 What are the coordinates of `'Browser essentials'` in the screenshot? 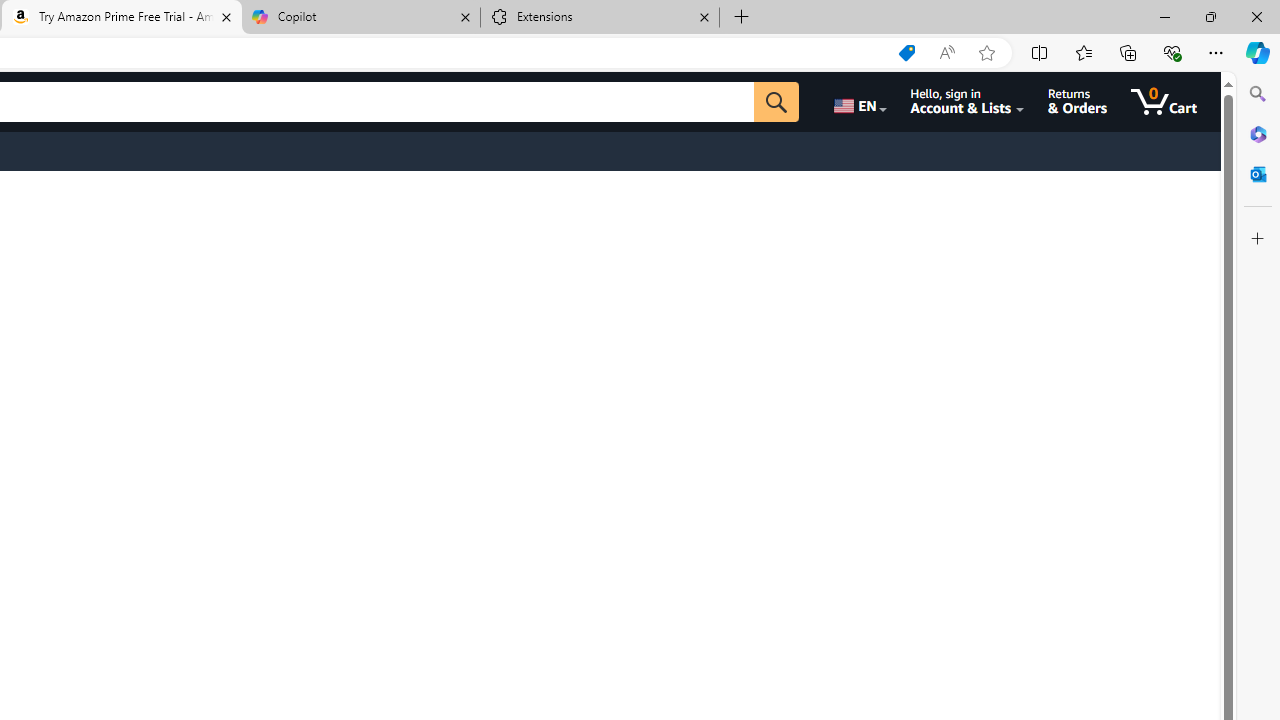 It's located at (1171, 51).